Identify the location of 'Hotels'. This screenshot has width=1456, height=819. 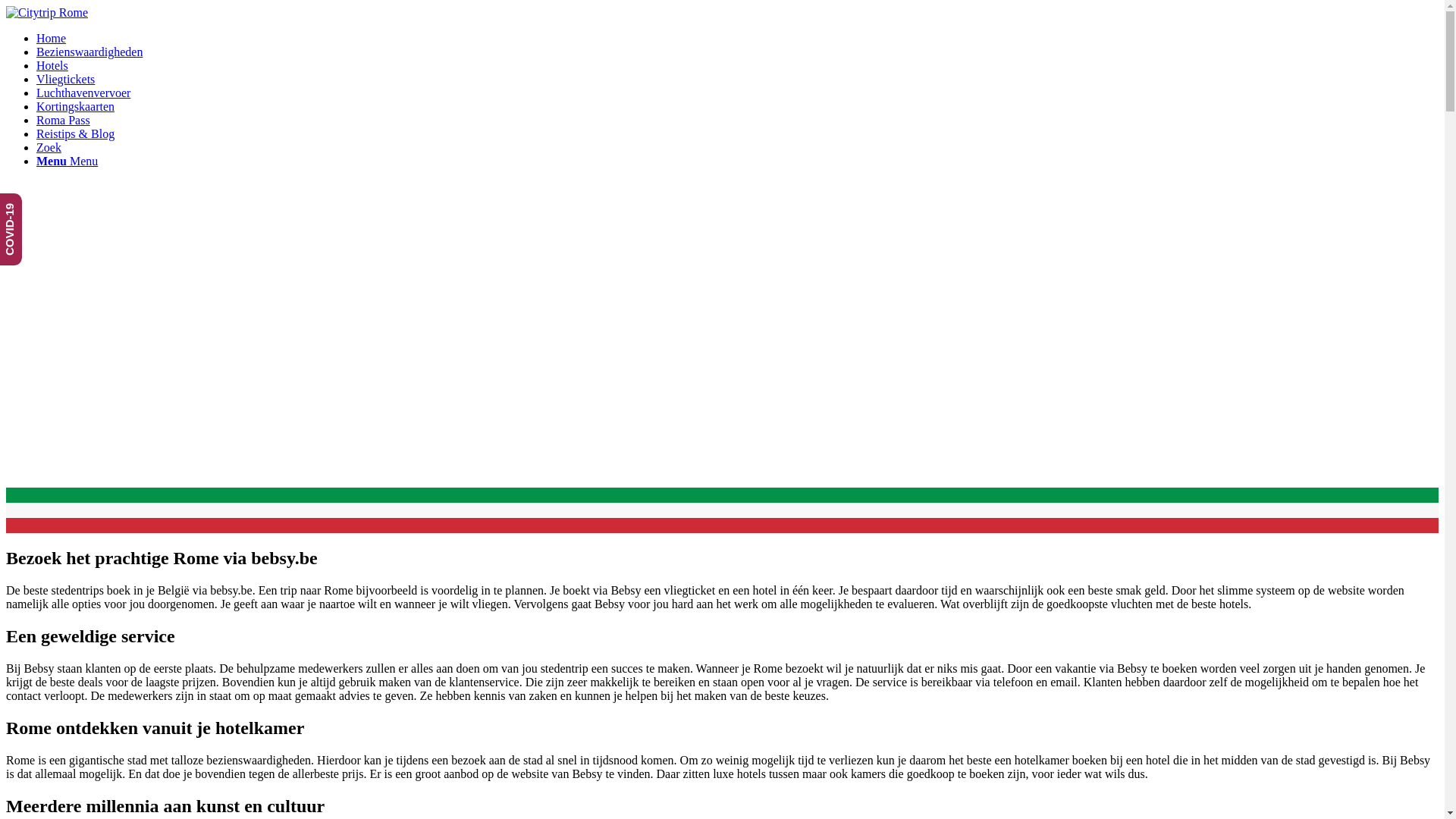
(52, 64).